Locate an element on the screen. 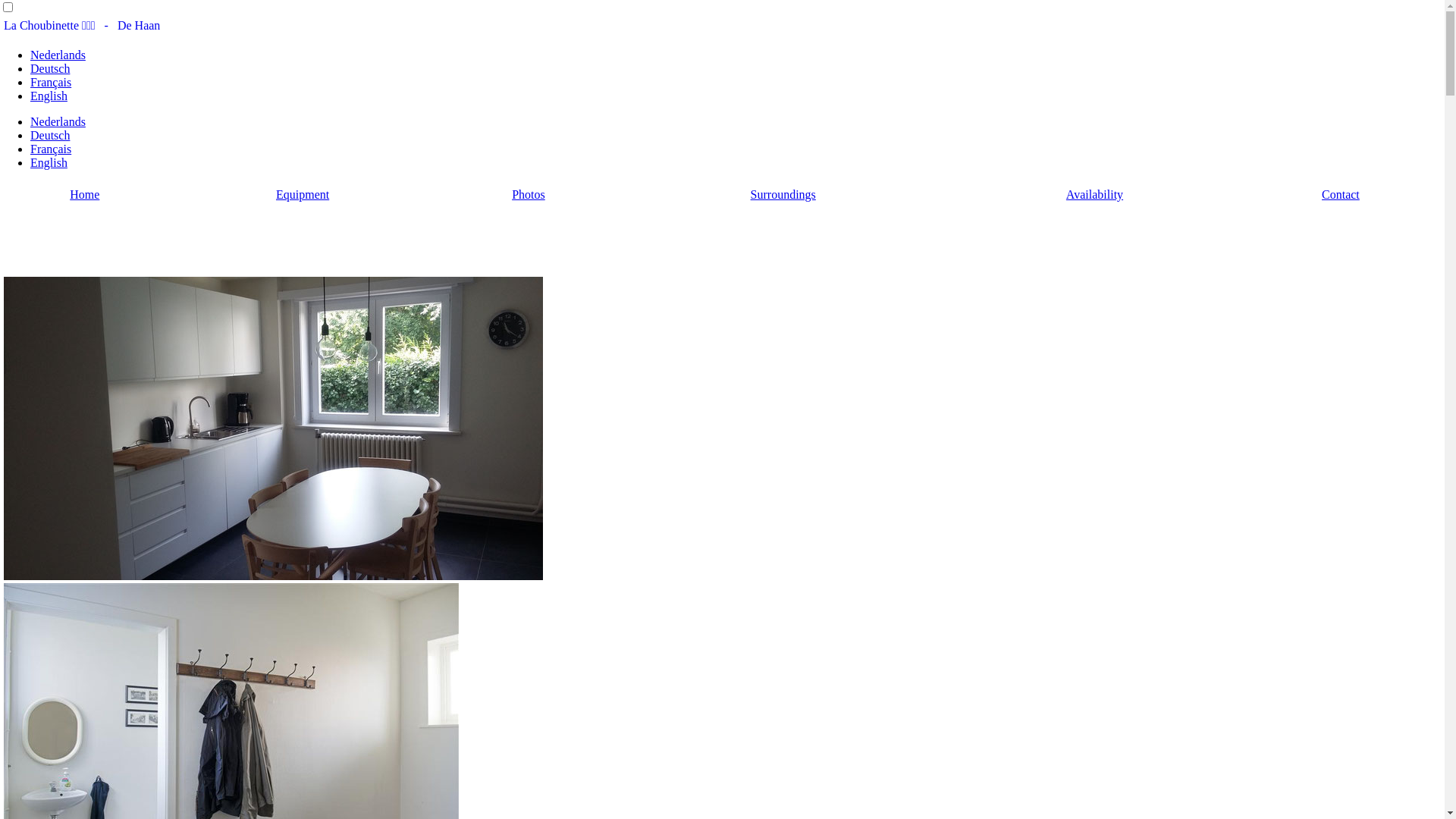 The height and width of the screenshot is (819, 1456). 'Nederlands' is located at coordinates (58, 121).